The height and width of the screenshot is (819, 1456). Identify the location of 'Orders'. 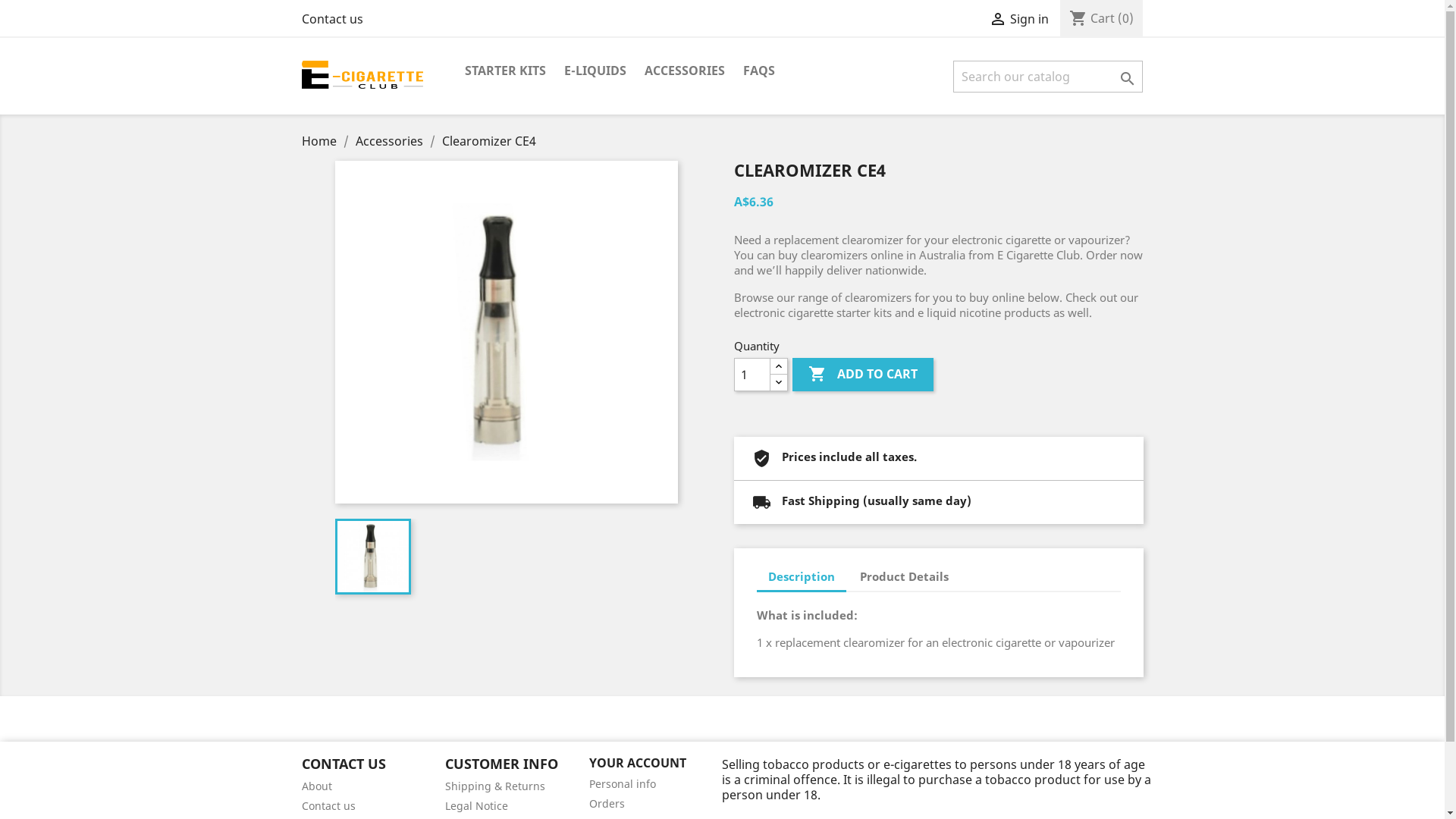
(607, 802).